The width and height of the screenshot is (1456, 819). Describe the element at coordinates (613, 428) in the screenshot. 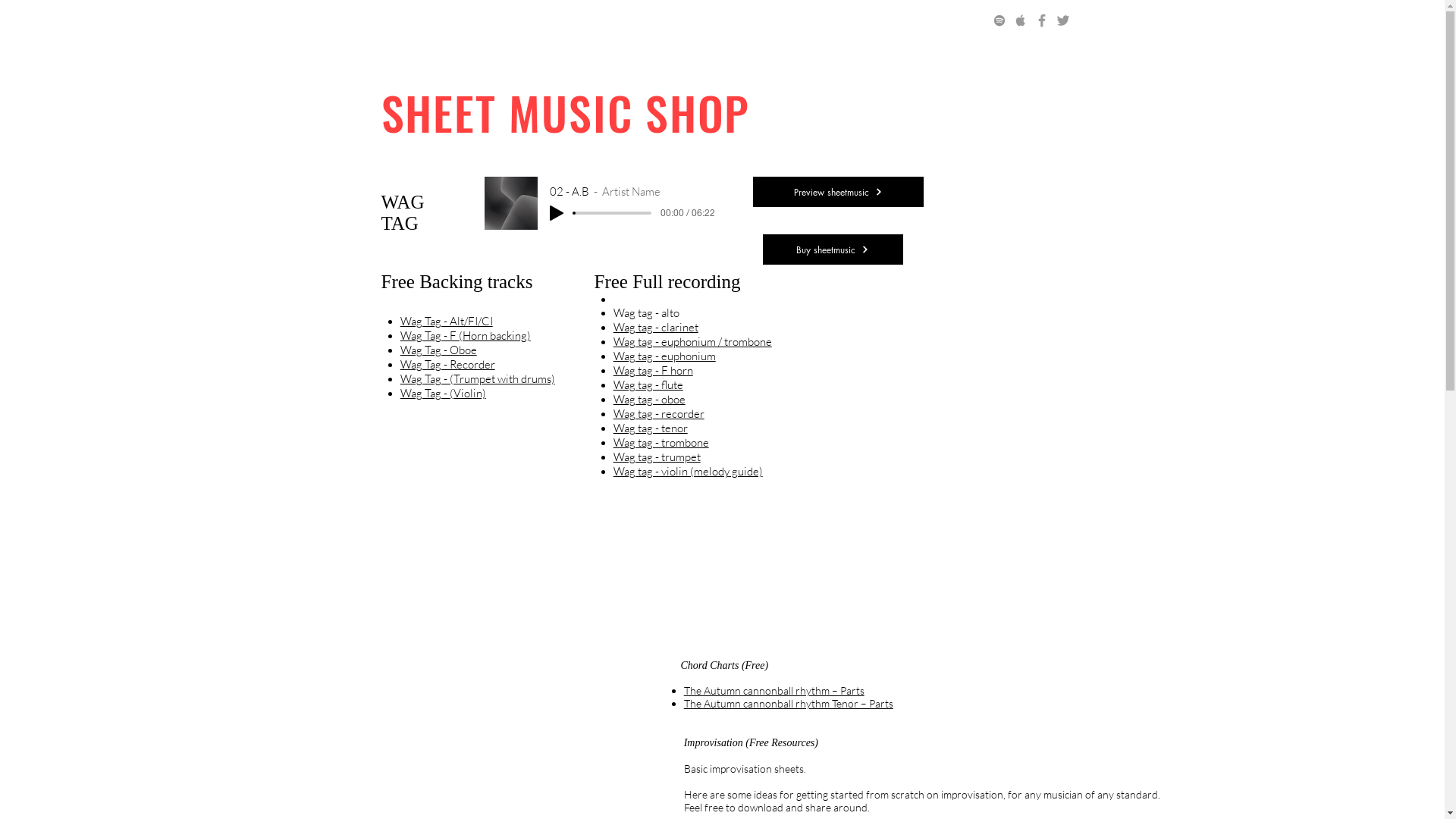

I see `'Wag tag - tenor'` at that location.